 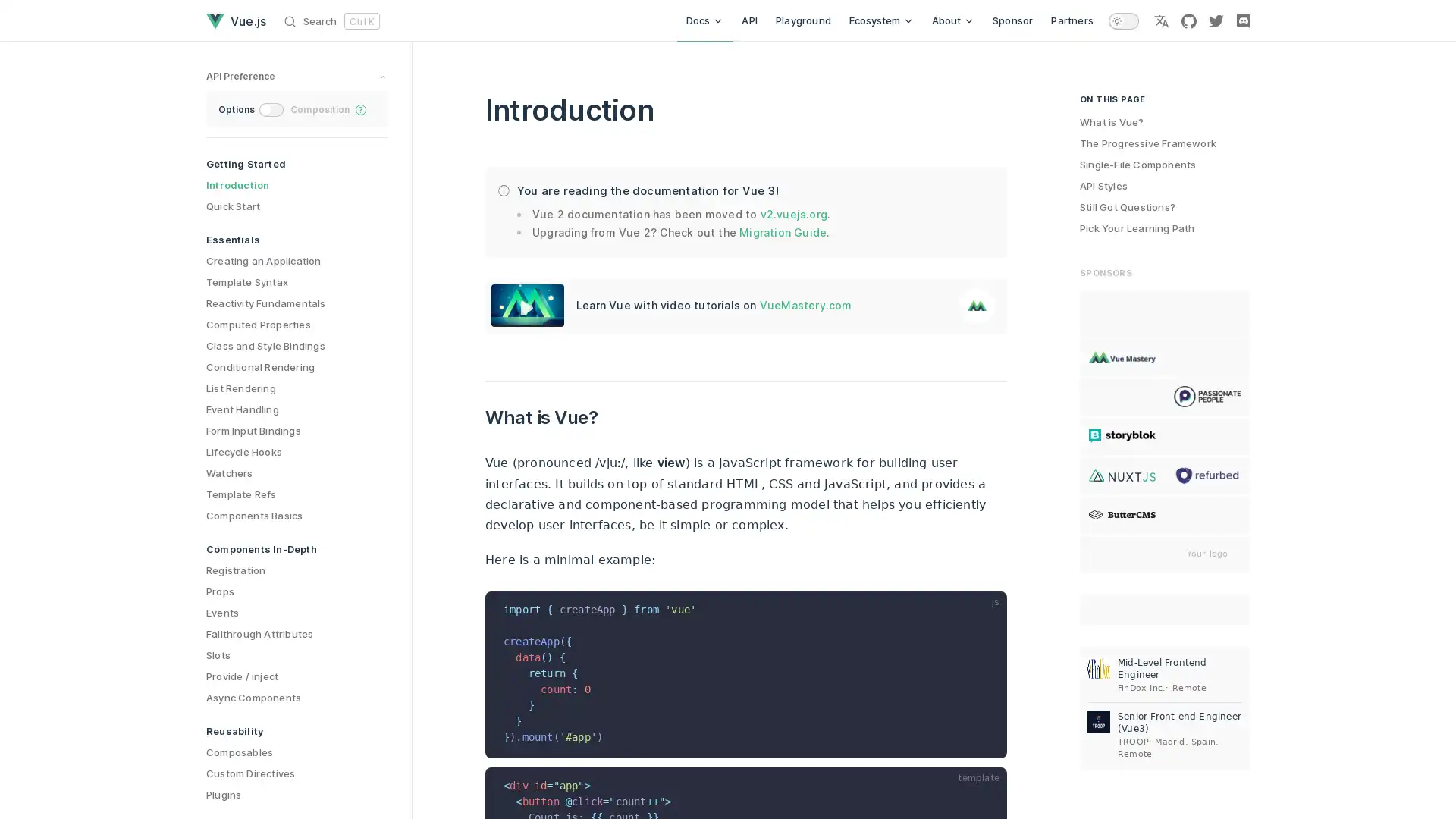 I want to click on preference switches toggle, so click(x=297, y=77).